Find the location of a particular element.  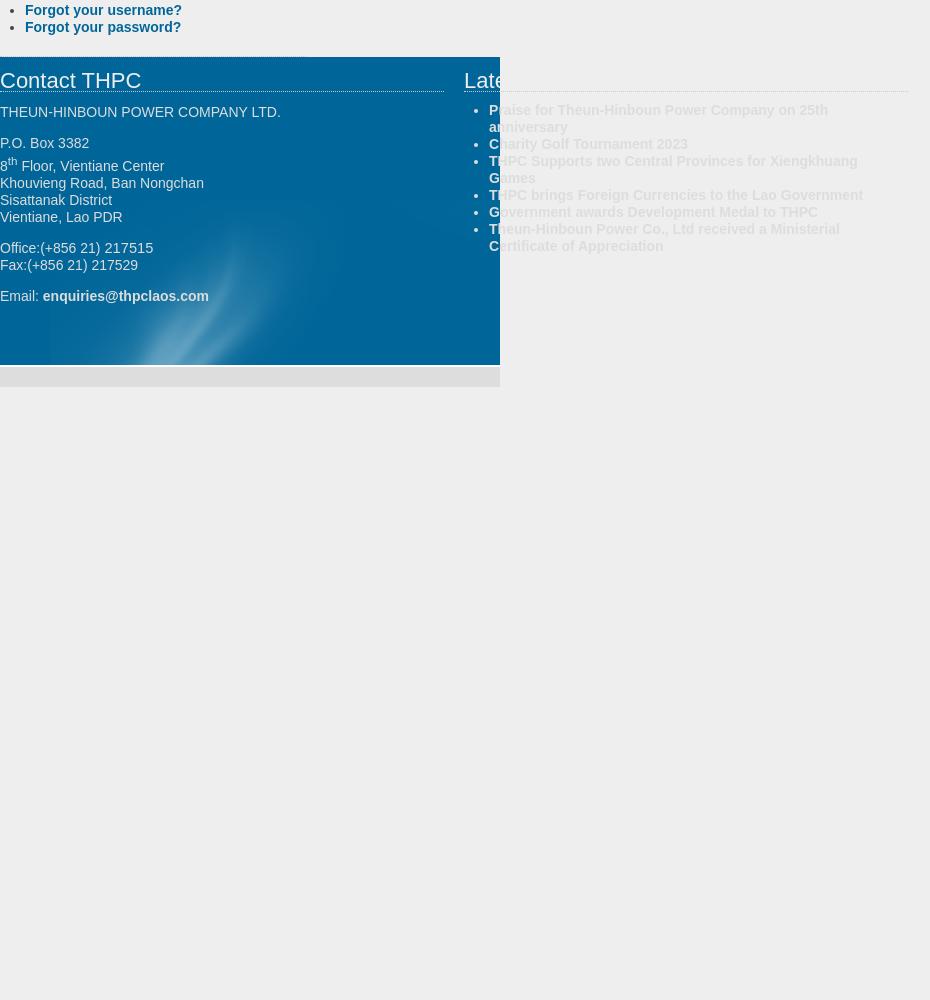

'8' is located at coordinates (2, 165).